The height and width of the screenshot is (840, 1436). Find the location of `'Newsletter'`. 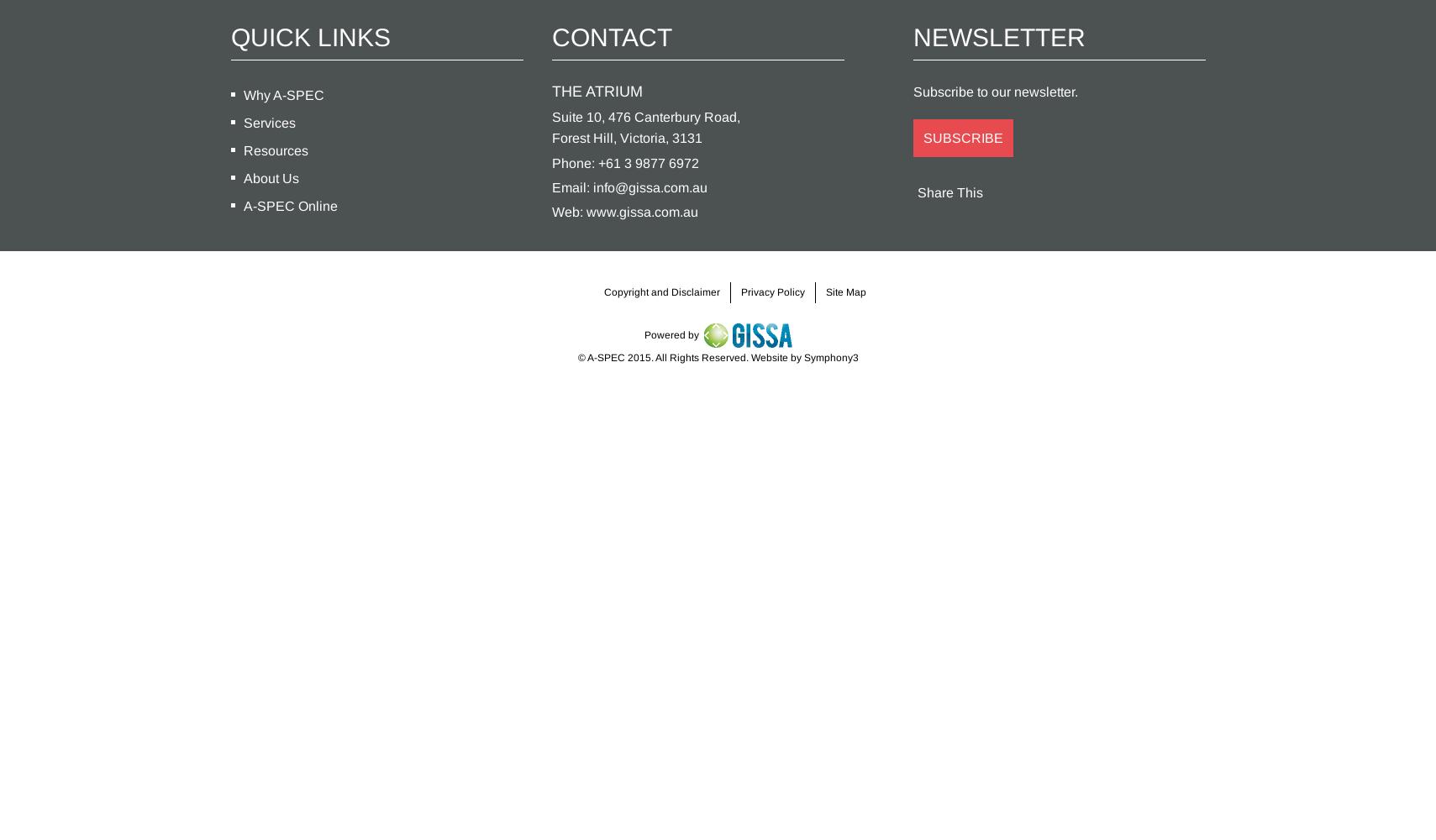

'Newsletter' is located at coordinates (998, 36).